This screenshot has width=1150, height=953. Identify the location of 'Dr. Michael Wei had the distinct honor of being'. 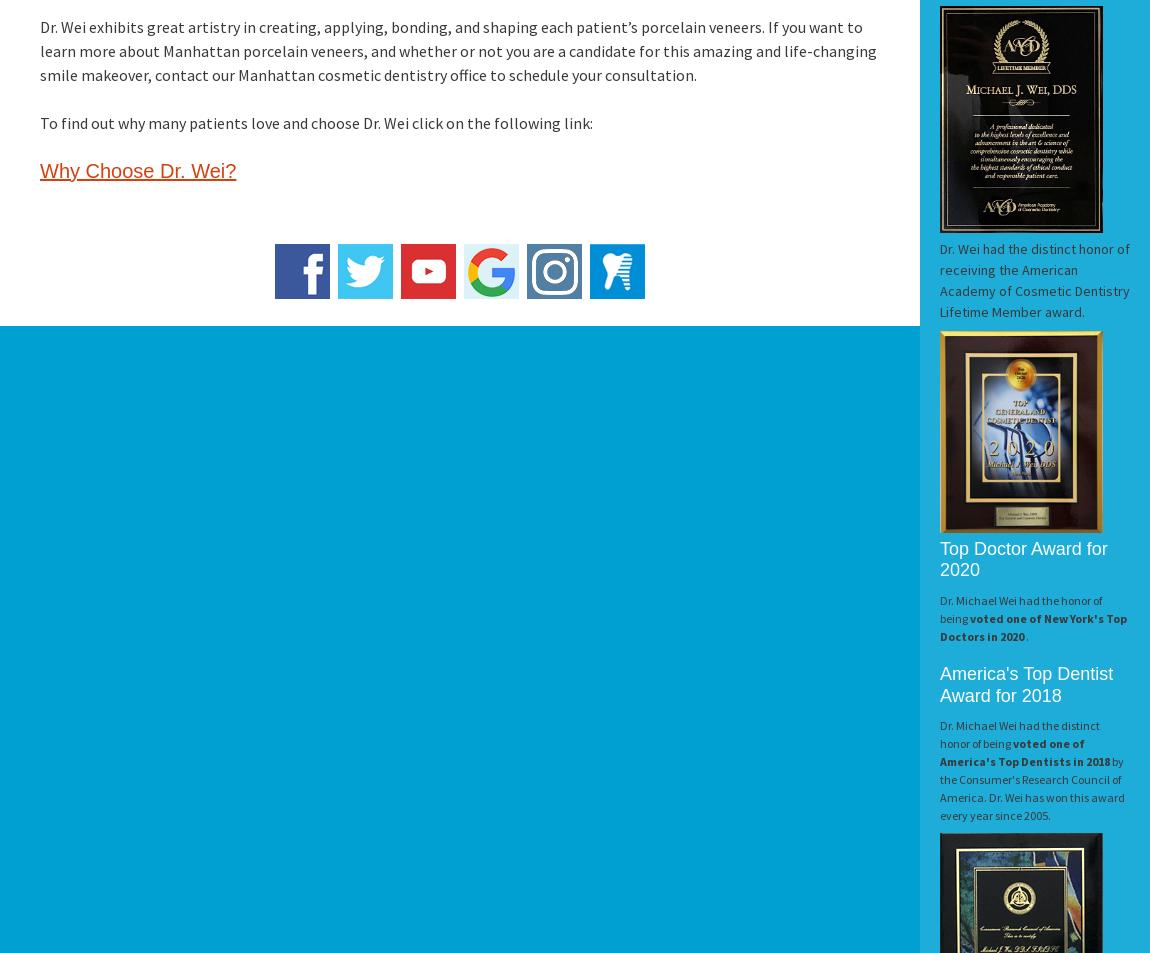
(1020, 734).